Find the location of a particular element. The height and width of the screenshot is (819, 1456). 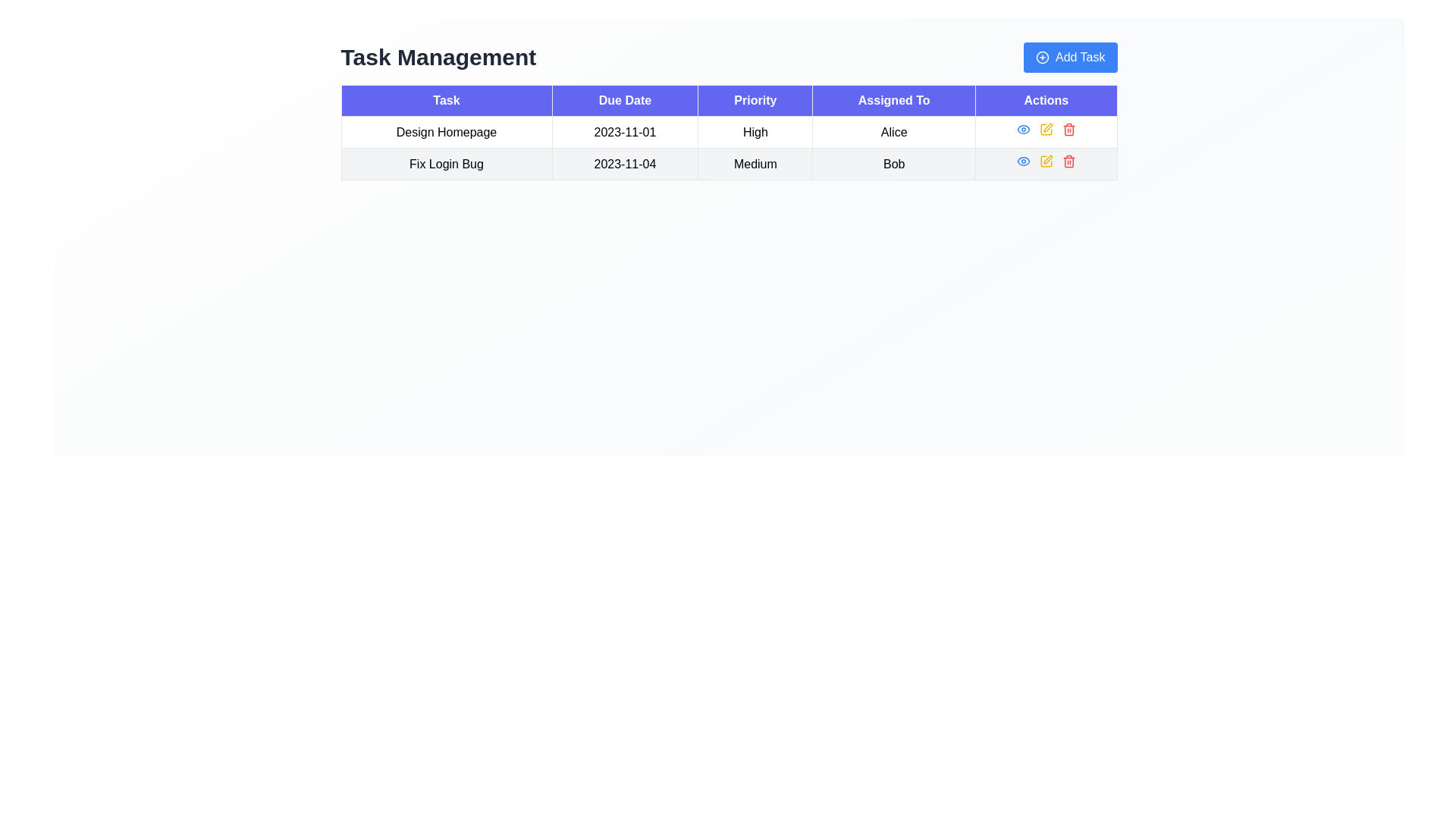

the icon-based button is located at coordinates (1023, 128).